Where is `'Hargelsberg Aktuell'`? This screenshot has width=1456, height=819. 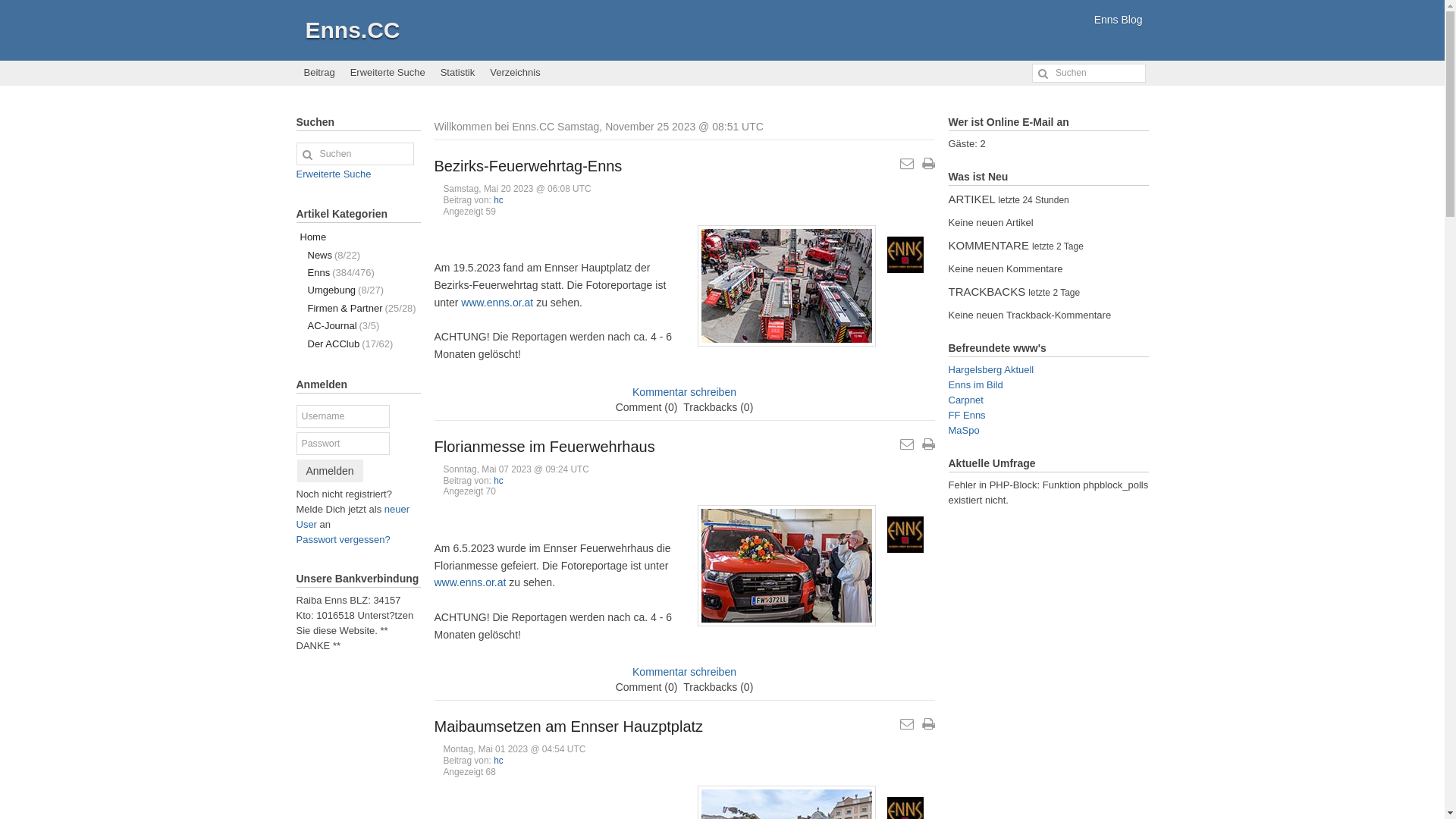
'Hargelsberg Aktuell' is located at coordinates (990, 369).